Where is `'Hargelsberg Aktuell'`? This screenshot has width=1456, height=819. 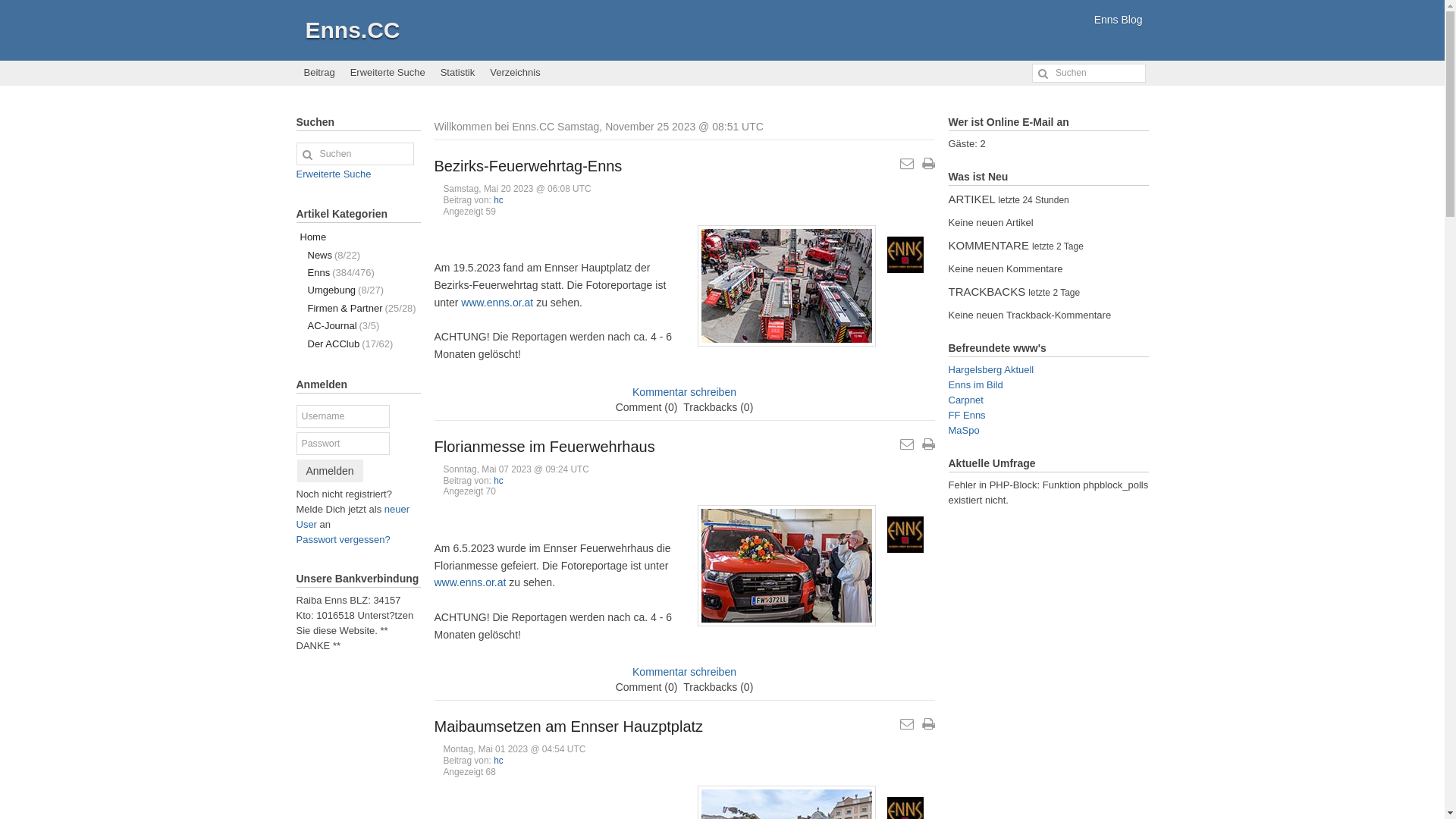
'Hargelsberg Aktuell' is located at coordinates (990, 369).